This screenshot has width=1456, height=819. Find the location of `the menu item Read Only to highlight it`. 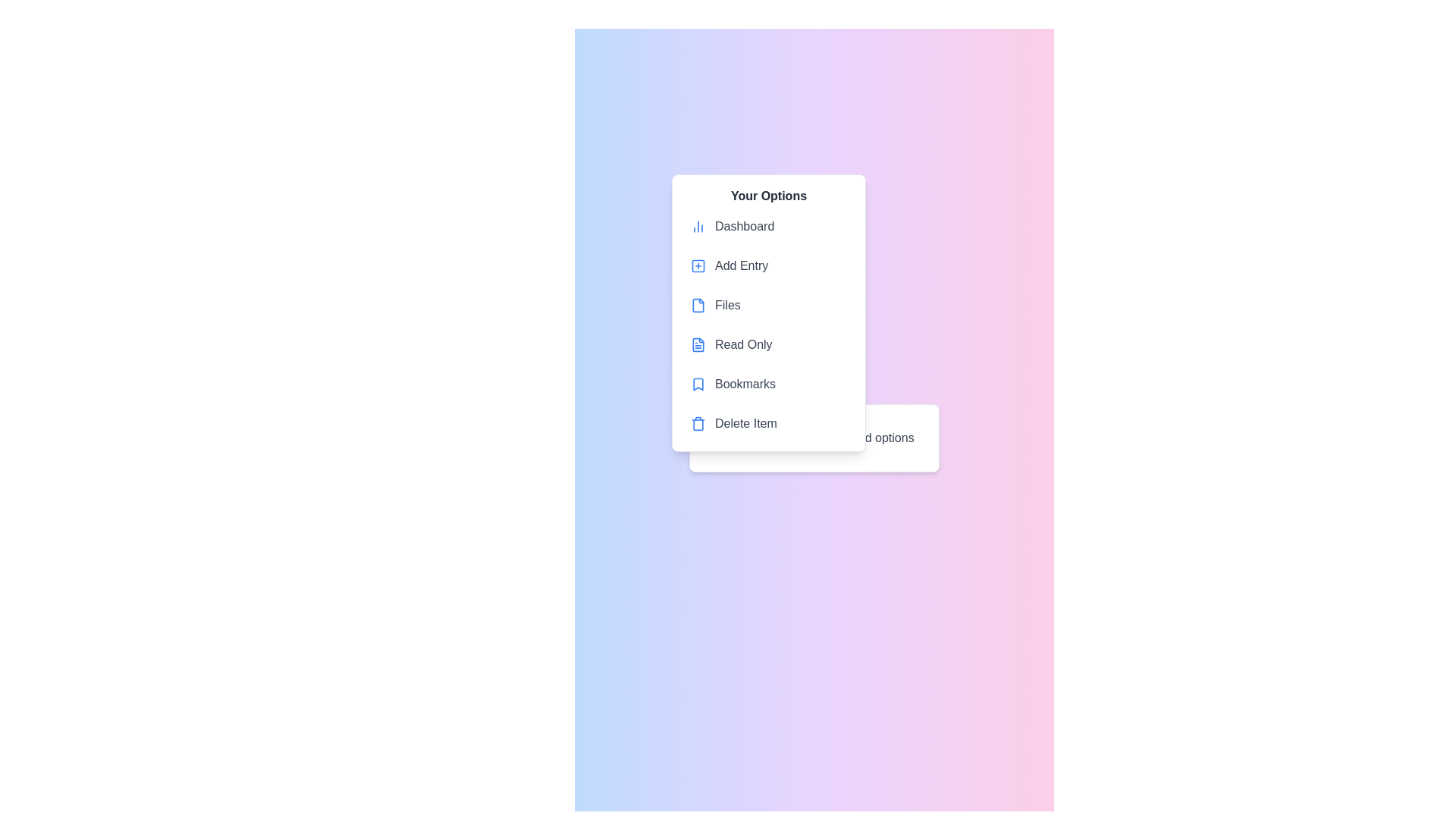

the menu item Read Only to highlight it is located at coordinates (768, 345).